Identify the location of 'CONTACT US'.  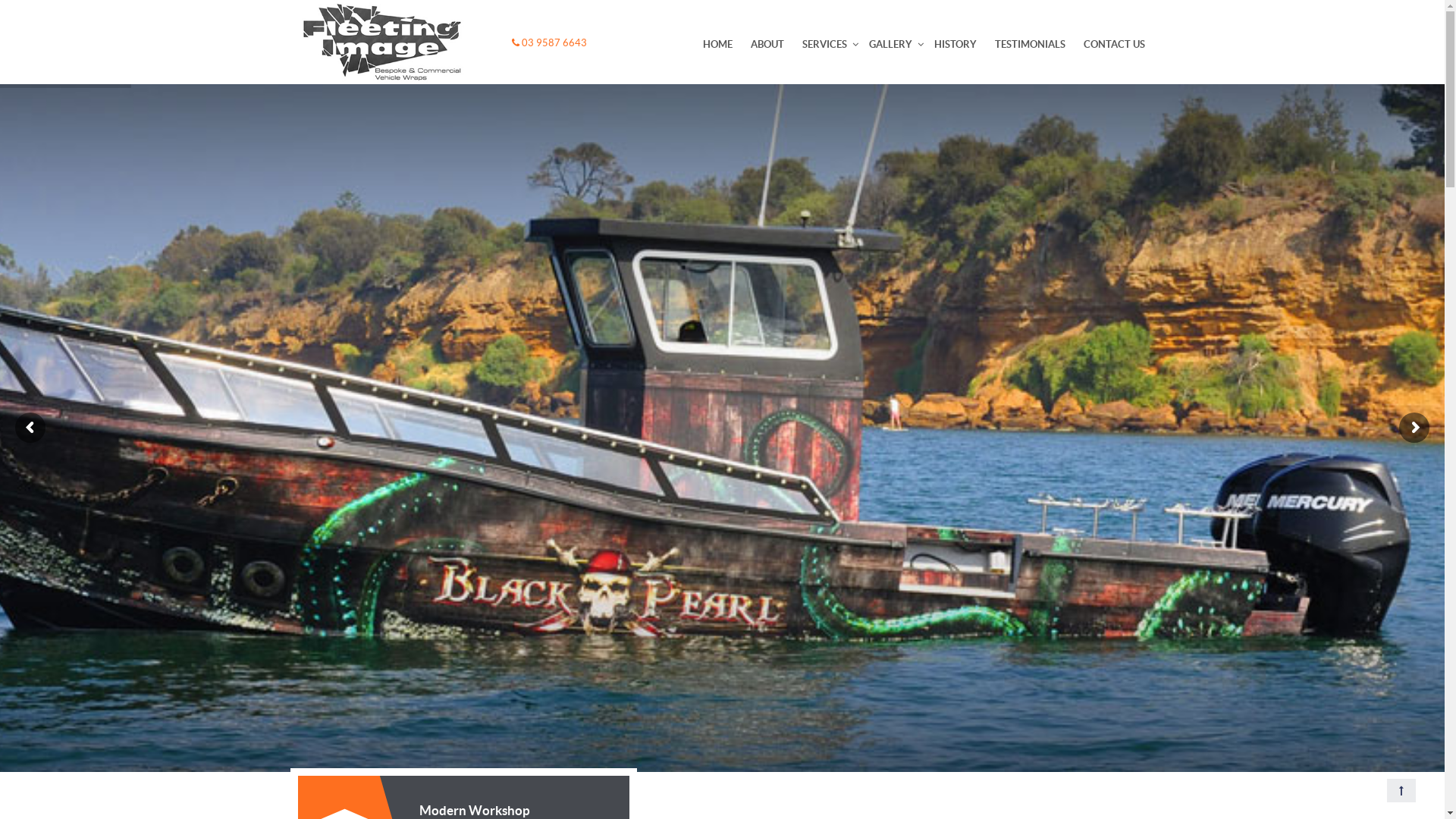
(1113, 43).